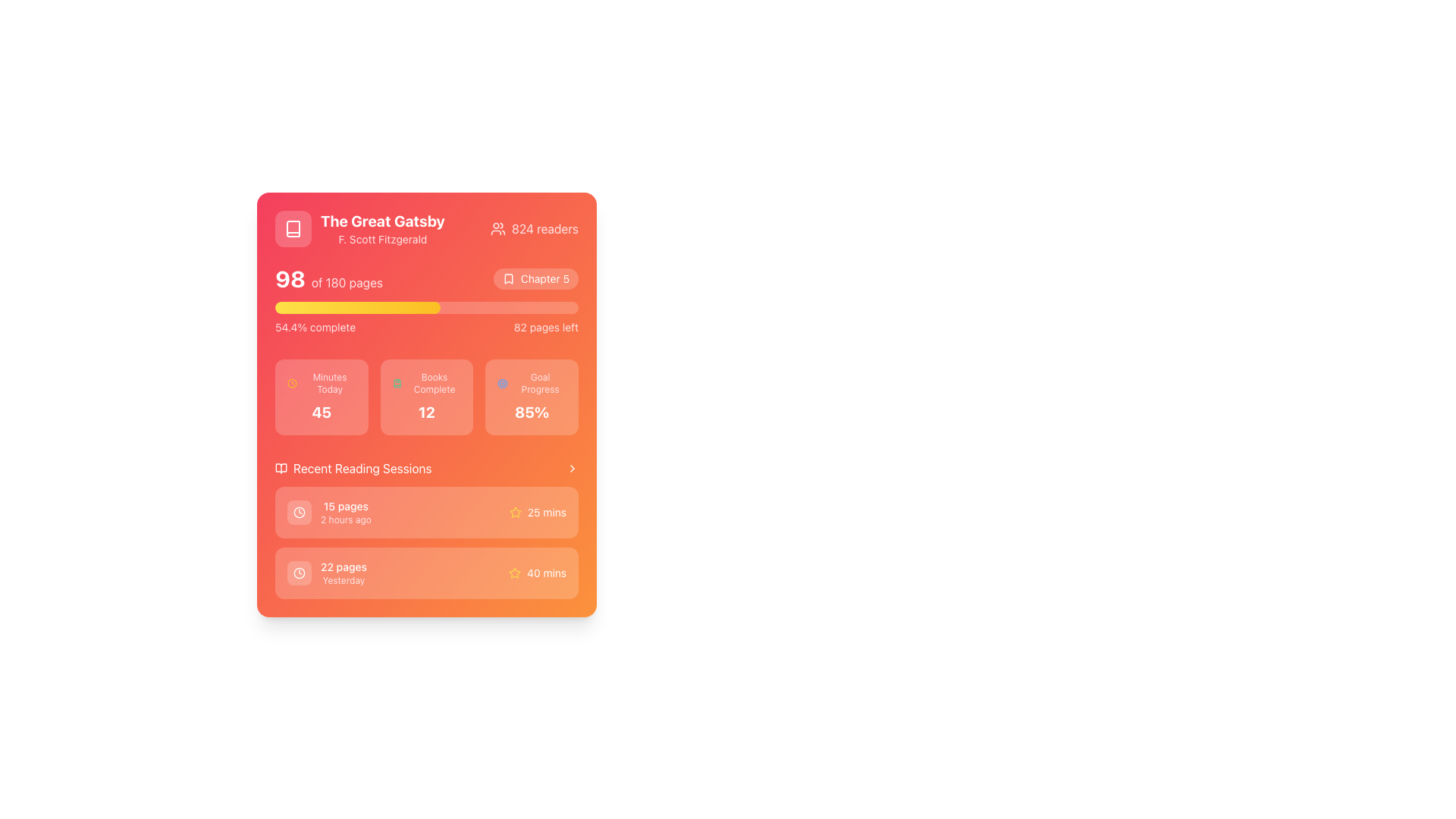  Describe the element at coordinates (359, 228) in the screenshot. I see `the Text Display element that serves as the title and author section for the book, located in the top-left corner of the card interface beneath the book icon` at that location.